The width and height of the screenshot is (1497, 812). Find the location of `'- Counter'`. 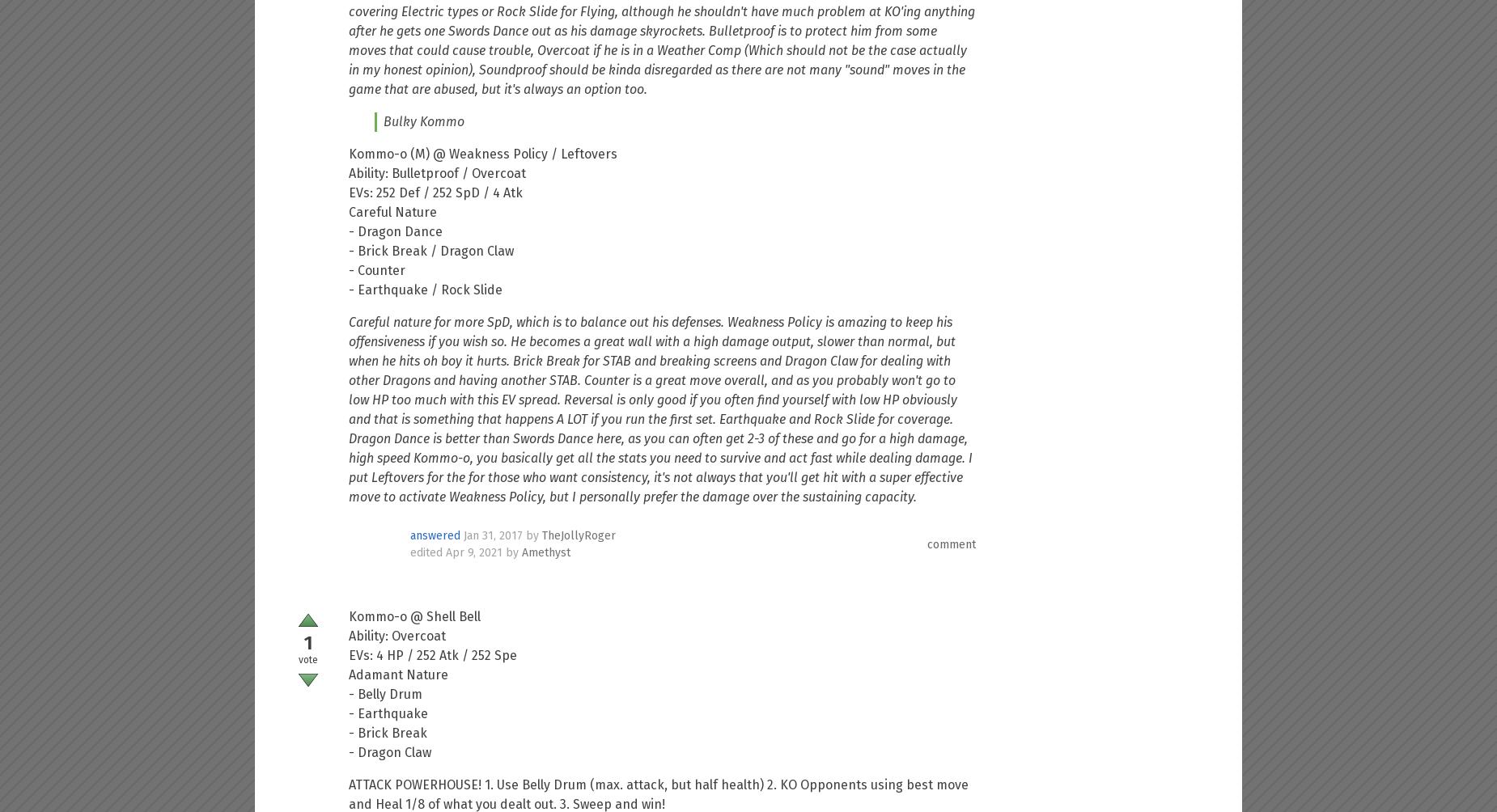

'- Counter' is located at coordinates (377, 270).